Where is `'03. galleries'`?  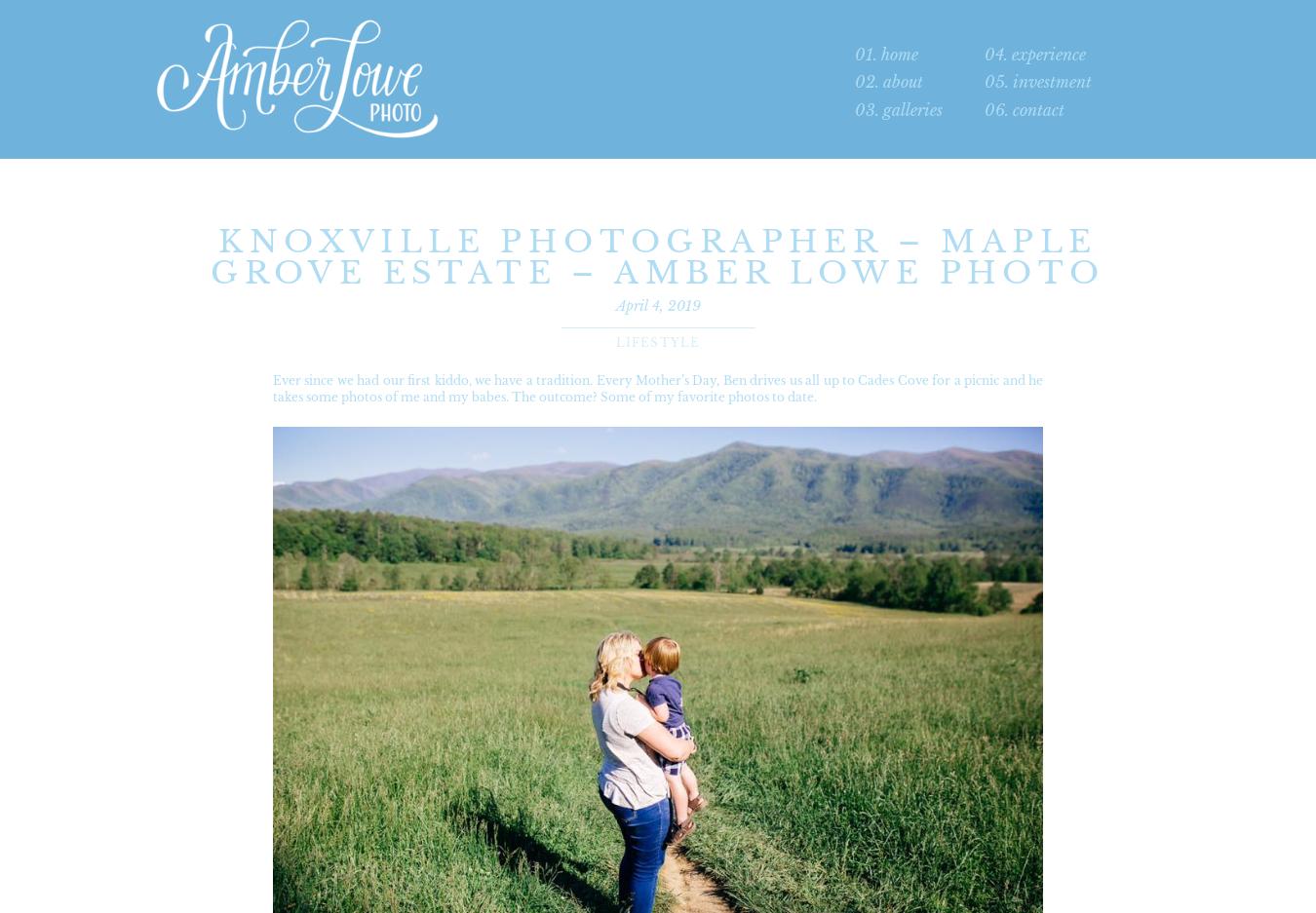 '03. galleries' is located at coordinates (898, 110).